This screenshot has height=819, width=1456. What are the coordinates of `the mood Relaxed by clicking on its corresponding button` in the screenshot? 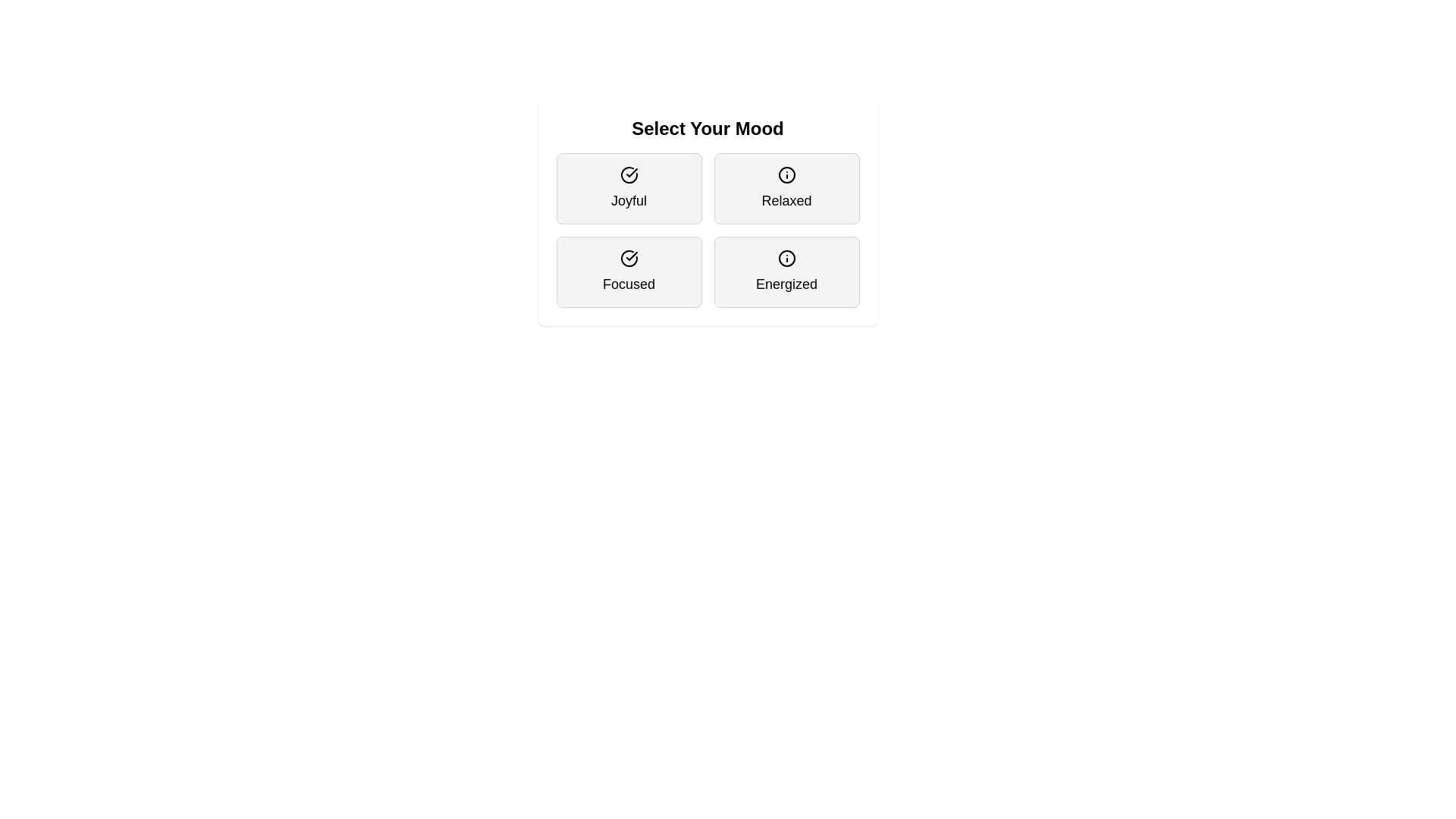 It's located at (786, 188).